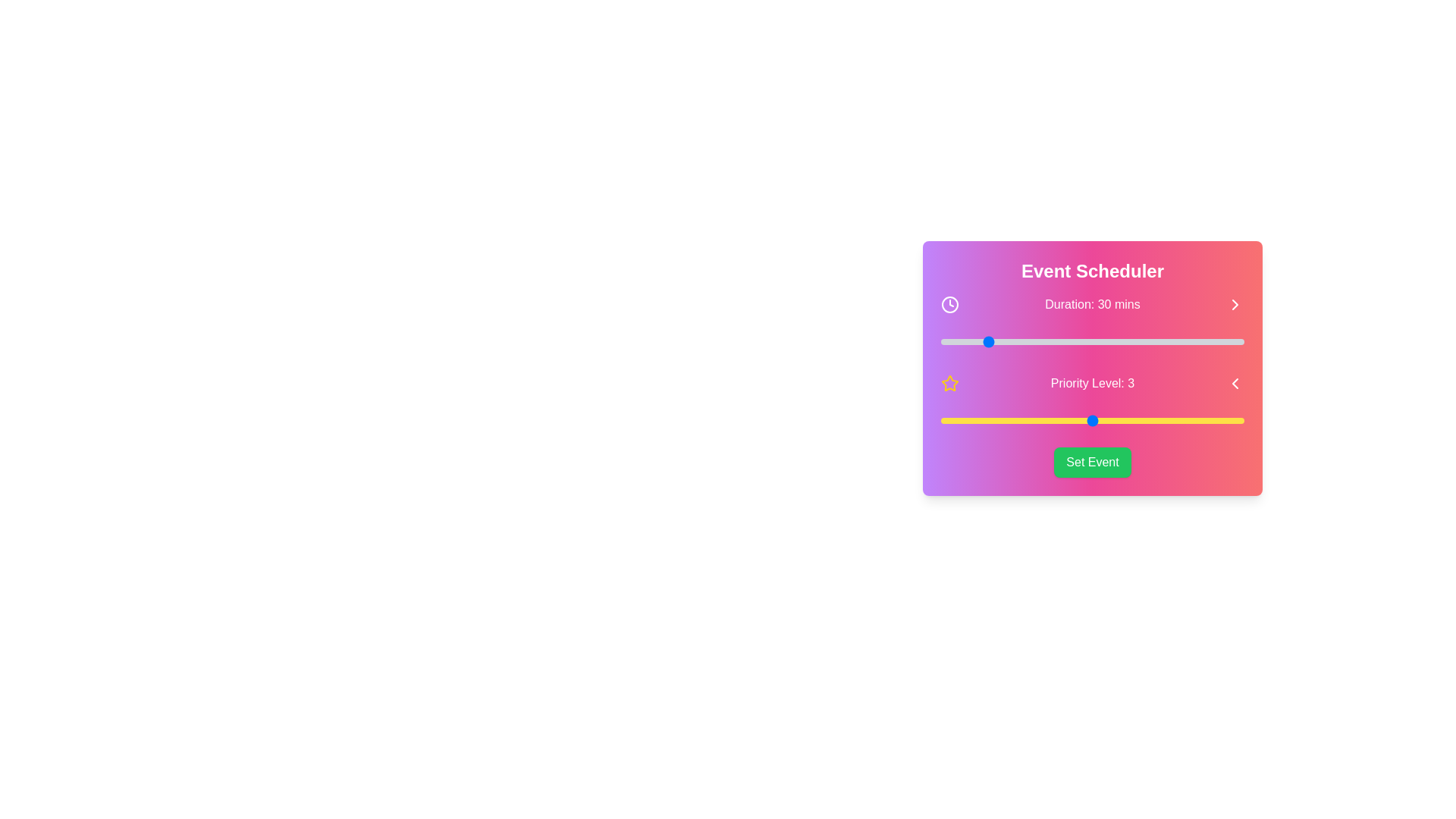 This screenshot has height=819, width=1456. I want to click on the static header text element labeled 'Event Scheduler' located at the top of the card-like structure with a gradient background, so click(1092, 271).